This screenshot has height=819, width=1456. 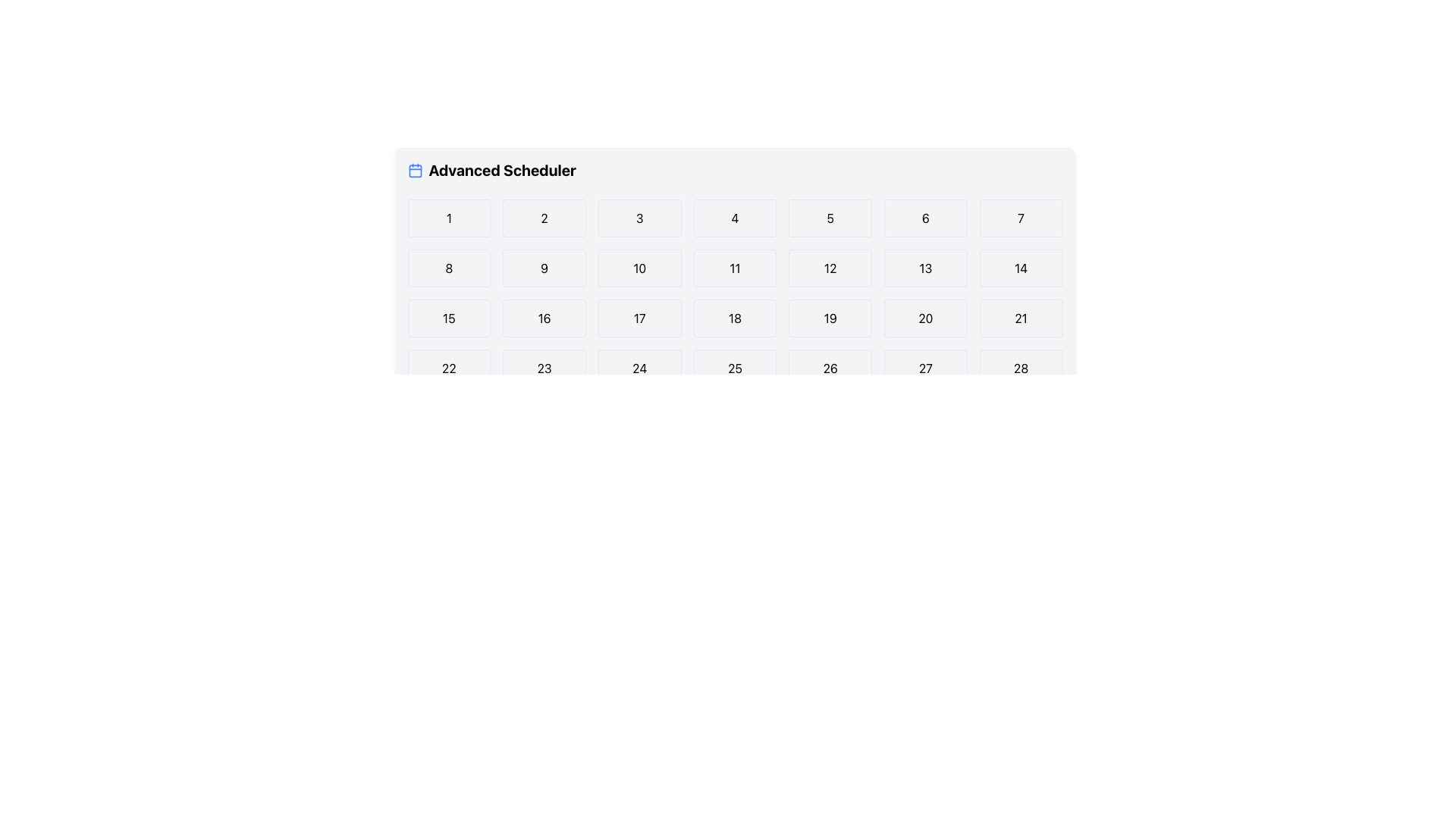 What do you see at coordinates (544, 318) in the screenshot?
I see `the button labeled '16' located` at bounding box center [544, 318].